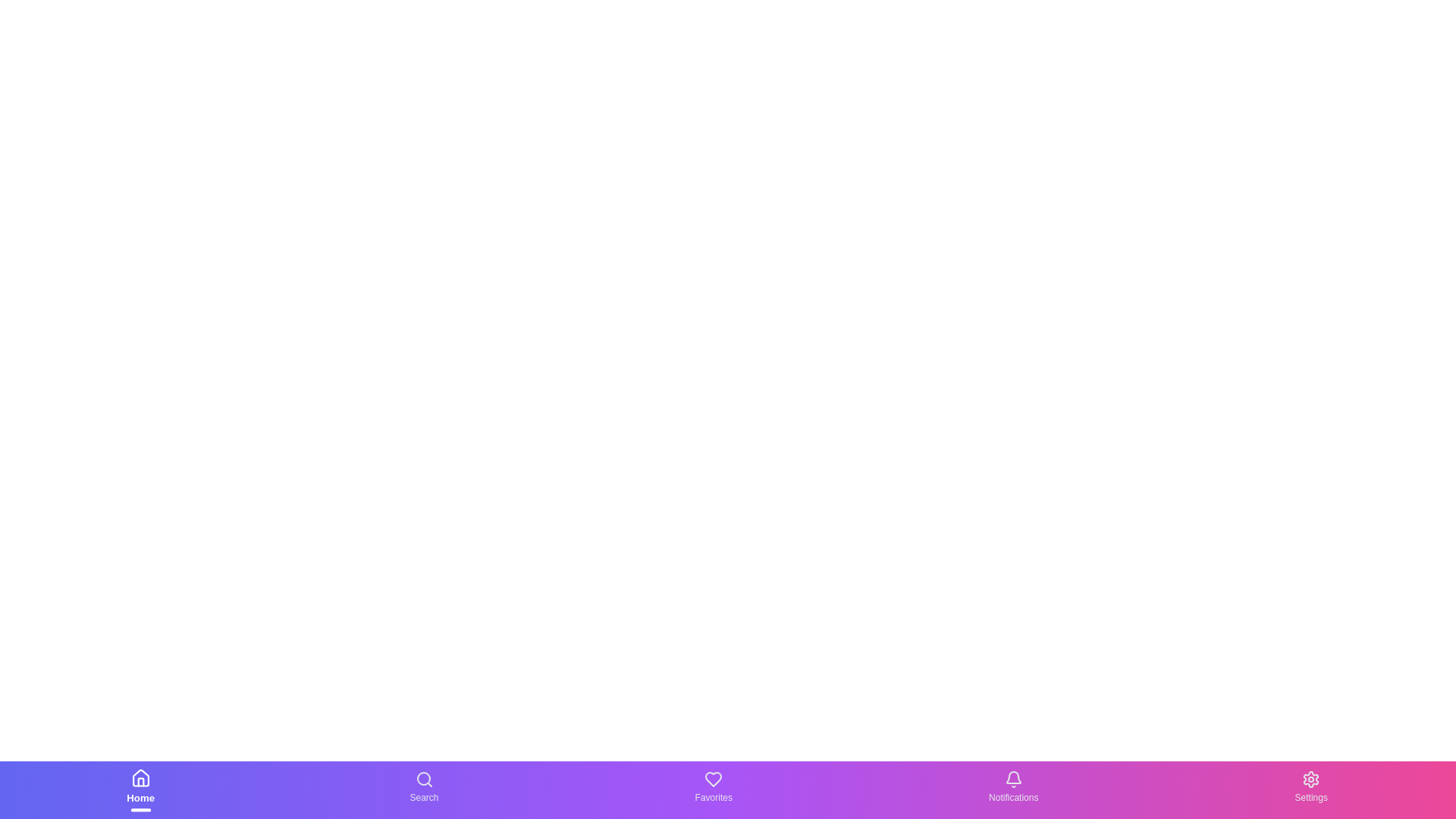 The image size is (1456, 819). What do you see at coordinates (1310, 789) in the screenshot?
I see `the Settings text label in the bottom navigation` at bounding box center [1310, 789].